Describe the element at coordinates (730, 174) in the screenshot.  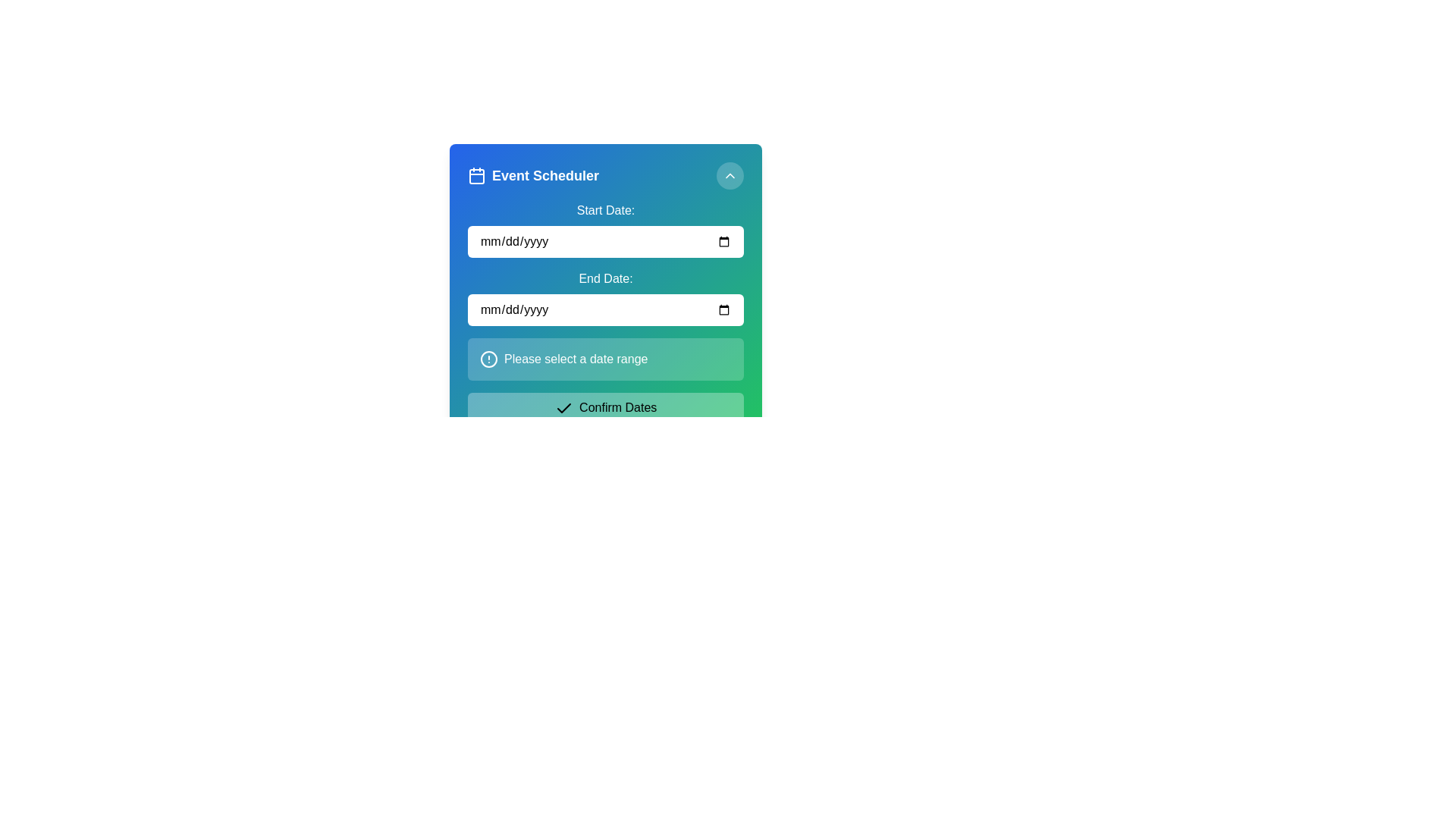
I see `the small, circular button with a semi-transparent white background and an upward-pointing chevron icon` at that location.